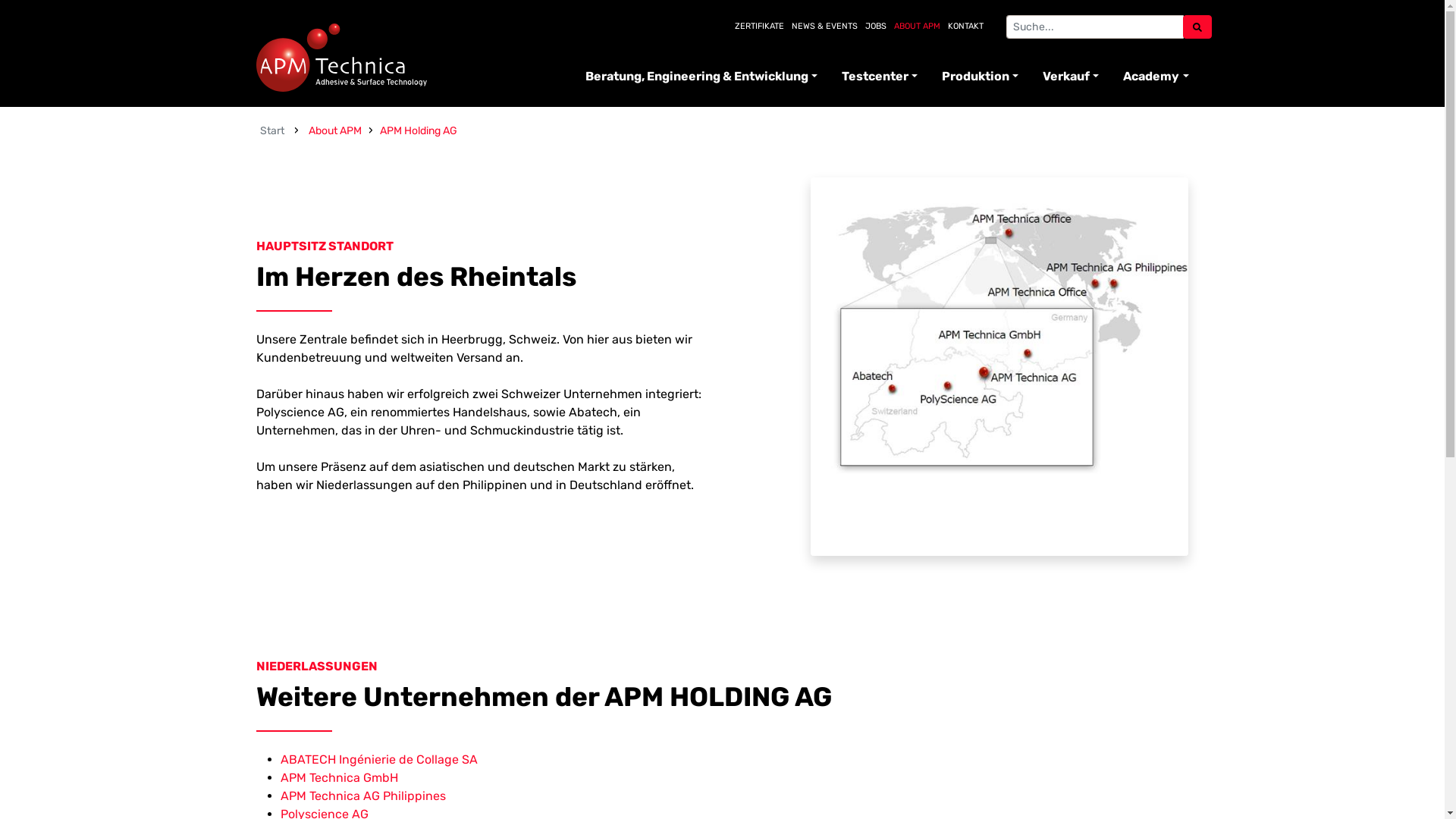  What do you see at coordinates (1150, 76) in the screenshot?
I see `'Academy'` at bounding box center [1150, 76].